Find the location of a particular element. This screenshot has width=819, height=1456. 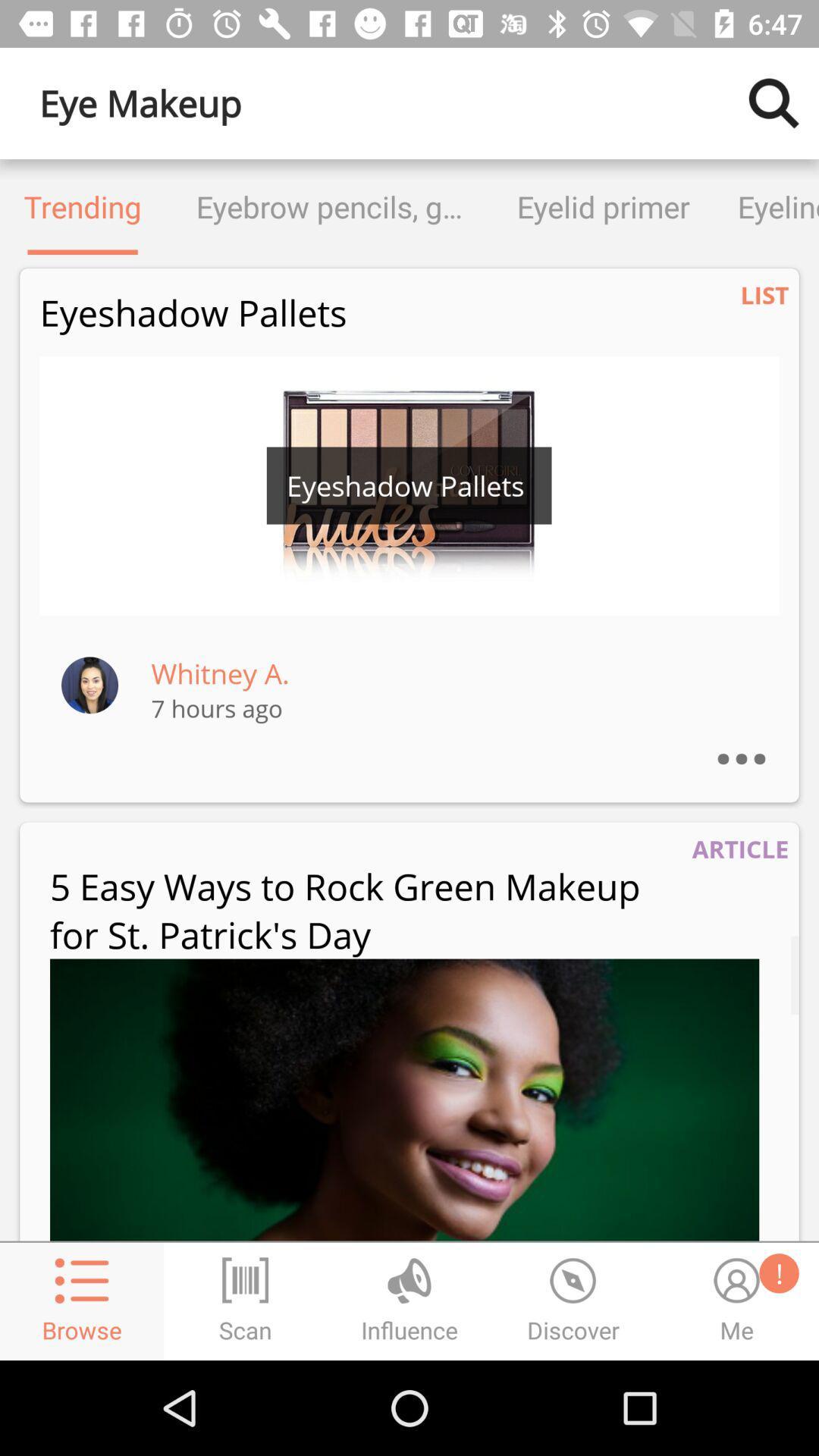

the item next to the whitney a. item is located at coordinates (89, 684).